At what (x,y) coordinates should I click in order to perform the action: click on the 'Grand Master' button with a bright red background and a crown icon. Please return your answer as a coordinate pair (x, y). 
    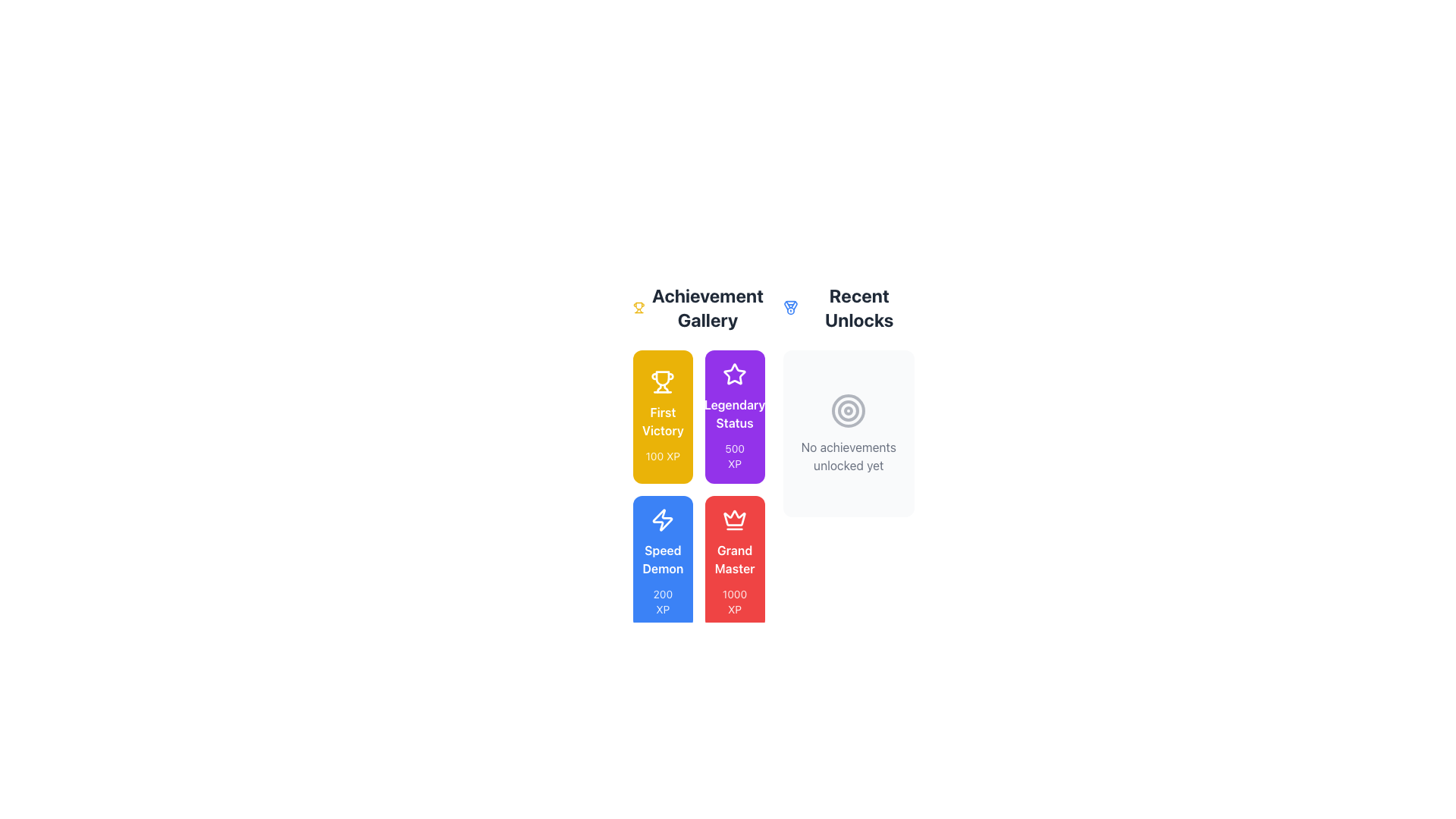
    Looking at the image, I should click on (735, 562).